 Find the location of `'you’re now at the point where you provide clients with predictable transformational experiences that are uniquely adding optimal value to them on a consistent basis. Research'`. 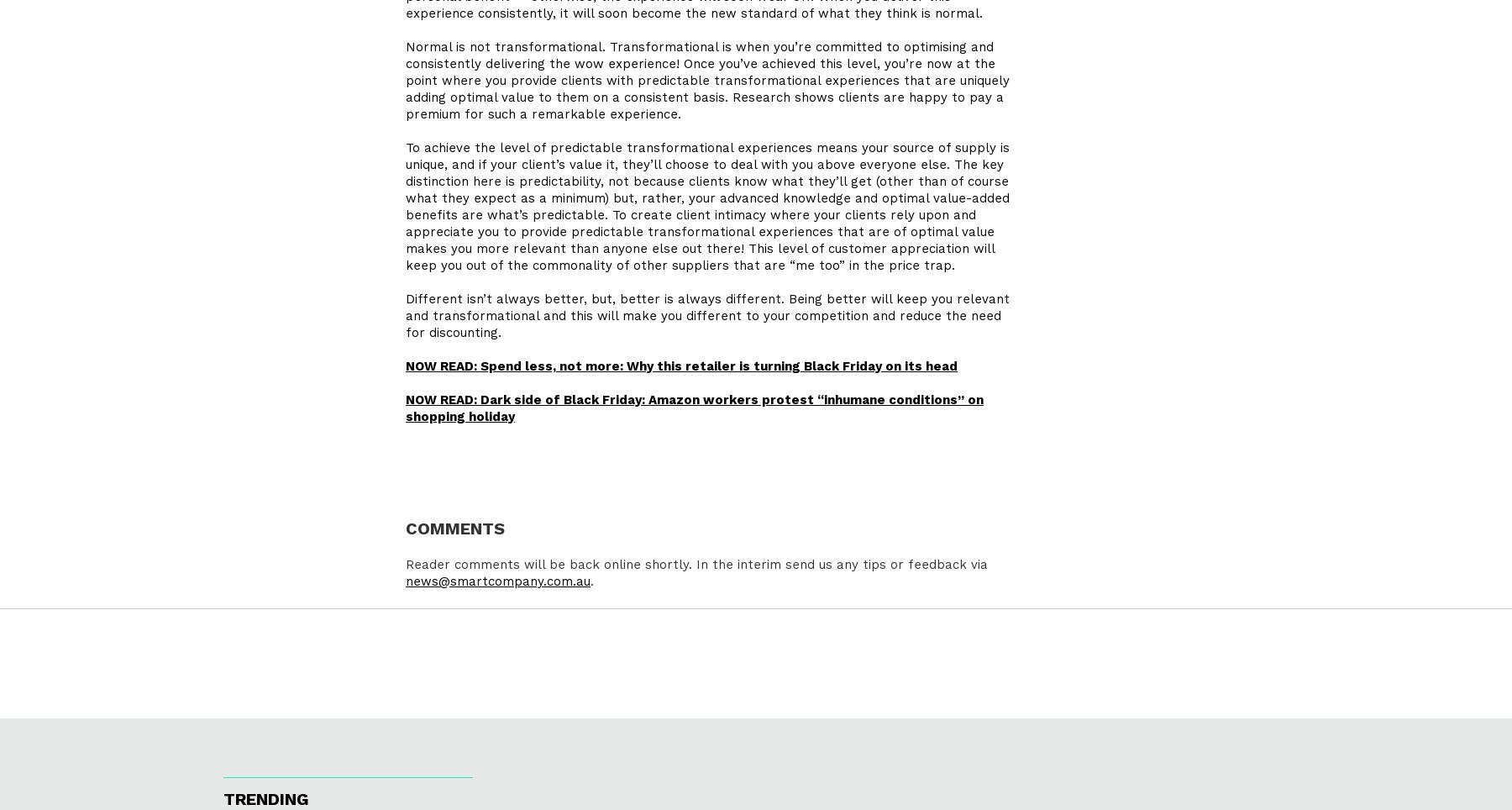

'you’re now at the point where you provide clients with predictable transformational experiences that are uniquely adding optimal value to them on a consistent basis. Research' is located at coordinates (404, 81).